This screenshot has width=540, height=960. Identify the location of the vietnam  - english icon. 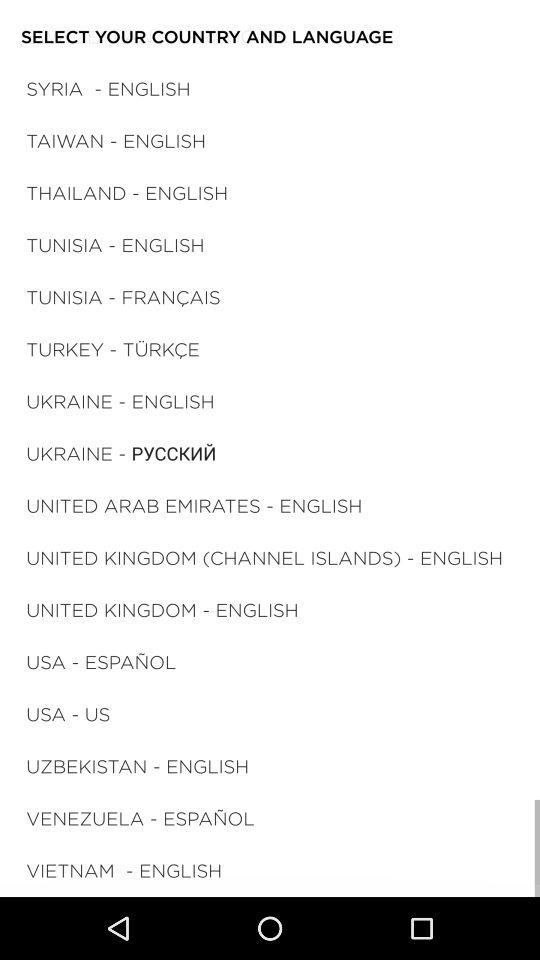
(124, 869).